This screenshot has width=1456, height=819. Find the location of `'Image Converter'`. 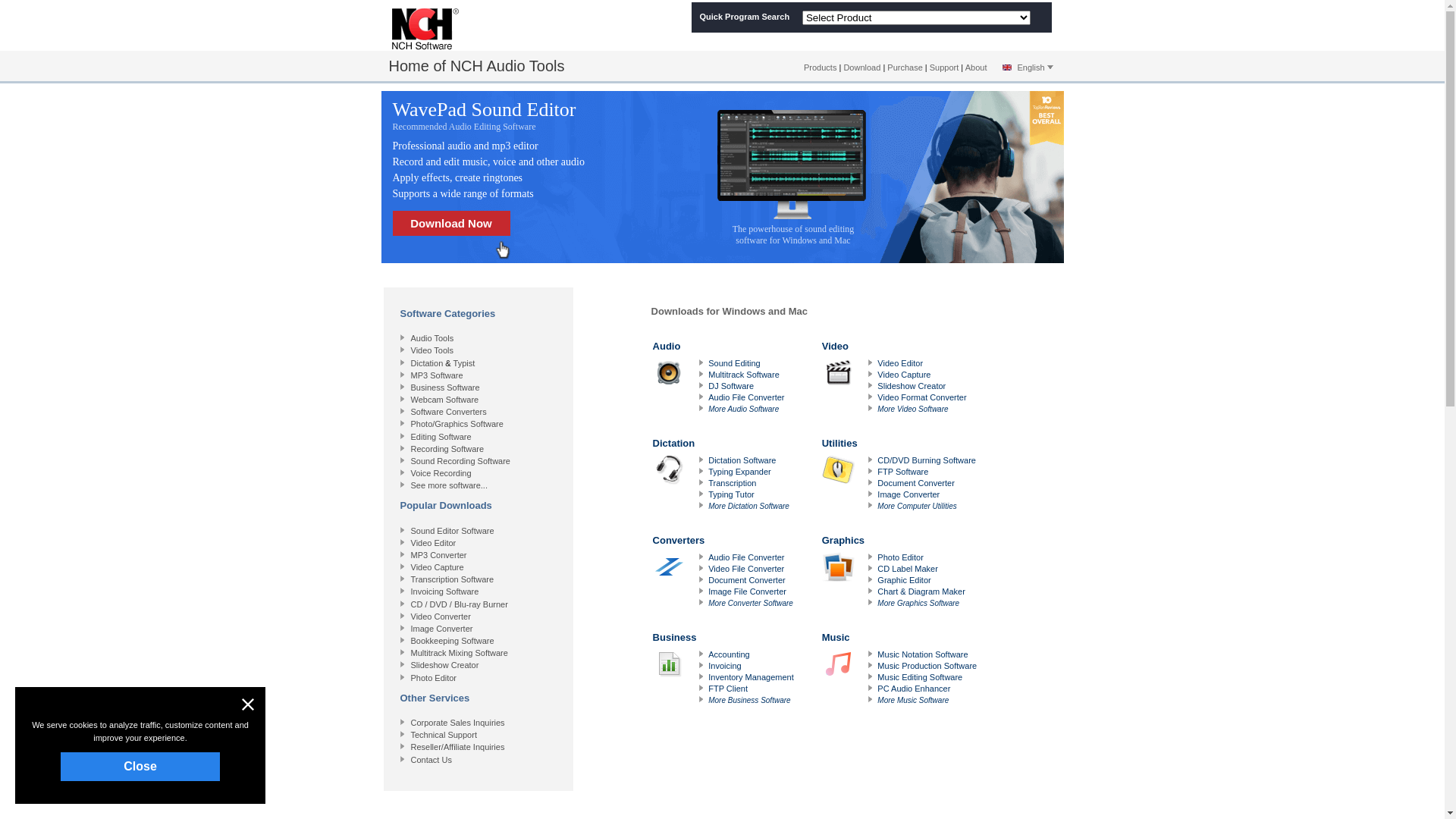

'Image Converter' is located at coordinates (441, 629).